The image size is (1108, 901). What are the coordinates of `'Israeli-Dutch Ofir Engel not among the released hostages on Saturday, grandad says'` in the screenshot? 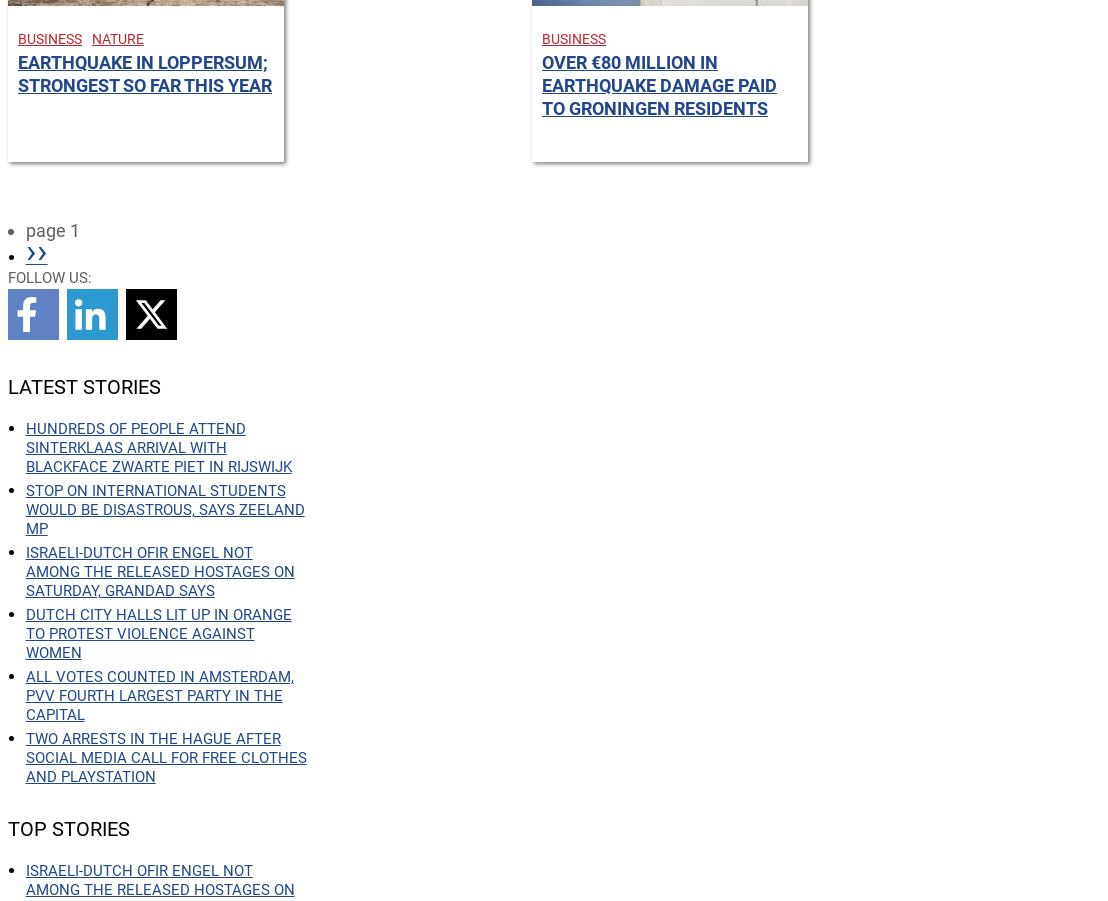 It's located at (25, 571).